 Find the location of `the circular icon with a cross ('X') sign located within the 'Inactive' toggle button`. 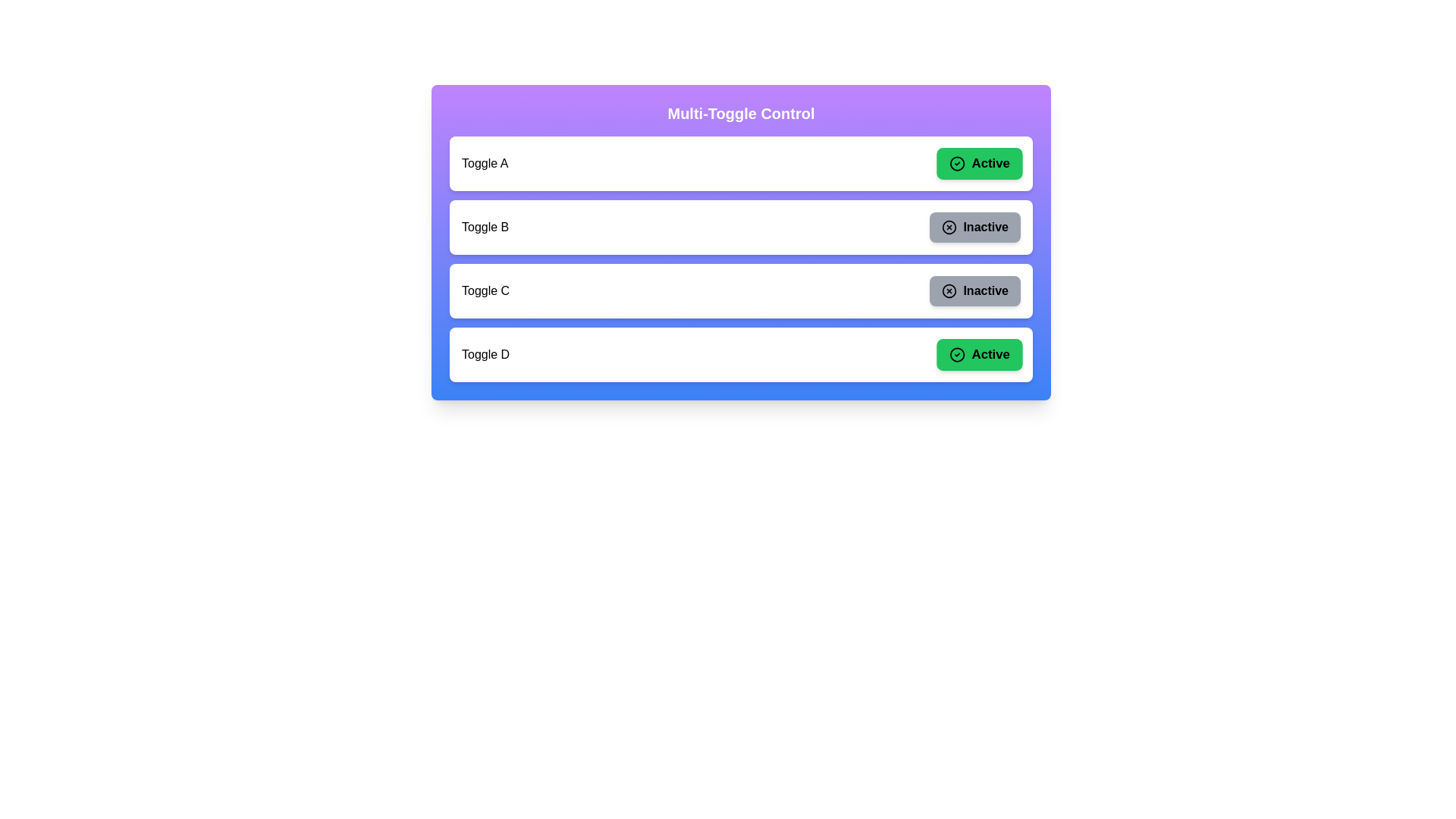

the circular icon with a cross ('X') sign located within the 'Inactive' toggle button is located at coordinates (949, 227).